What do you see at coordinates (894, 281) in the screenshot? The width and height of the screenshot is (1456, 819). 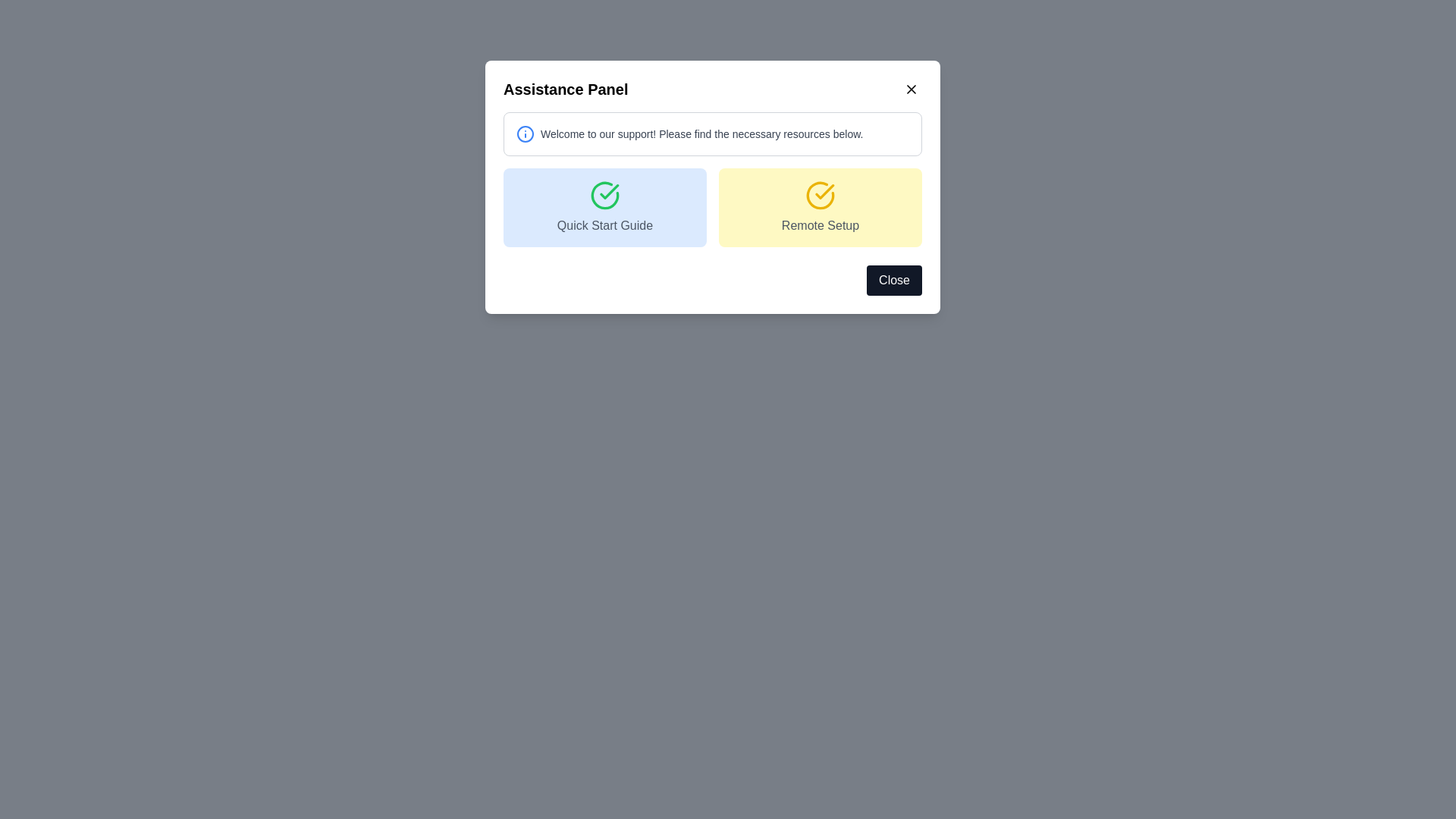 I see `the close button located at the bottom-right corner of the modal dialog` at bounding box center [894, 281].